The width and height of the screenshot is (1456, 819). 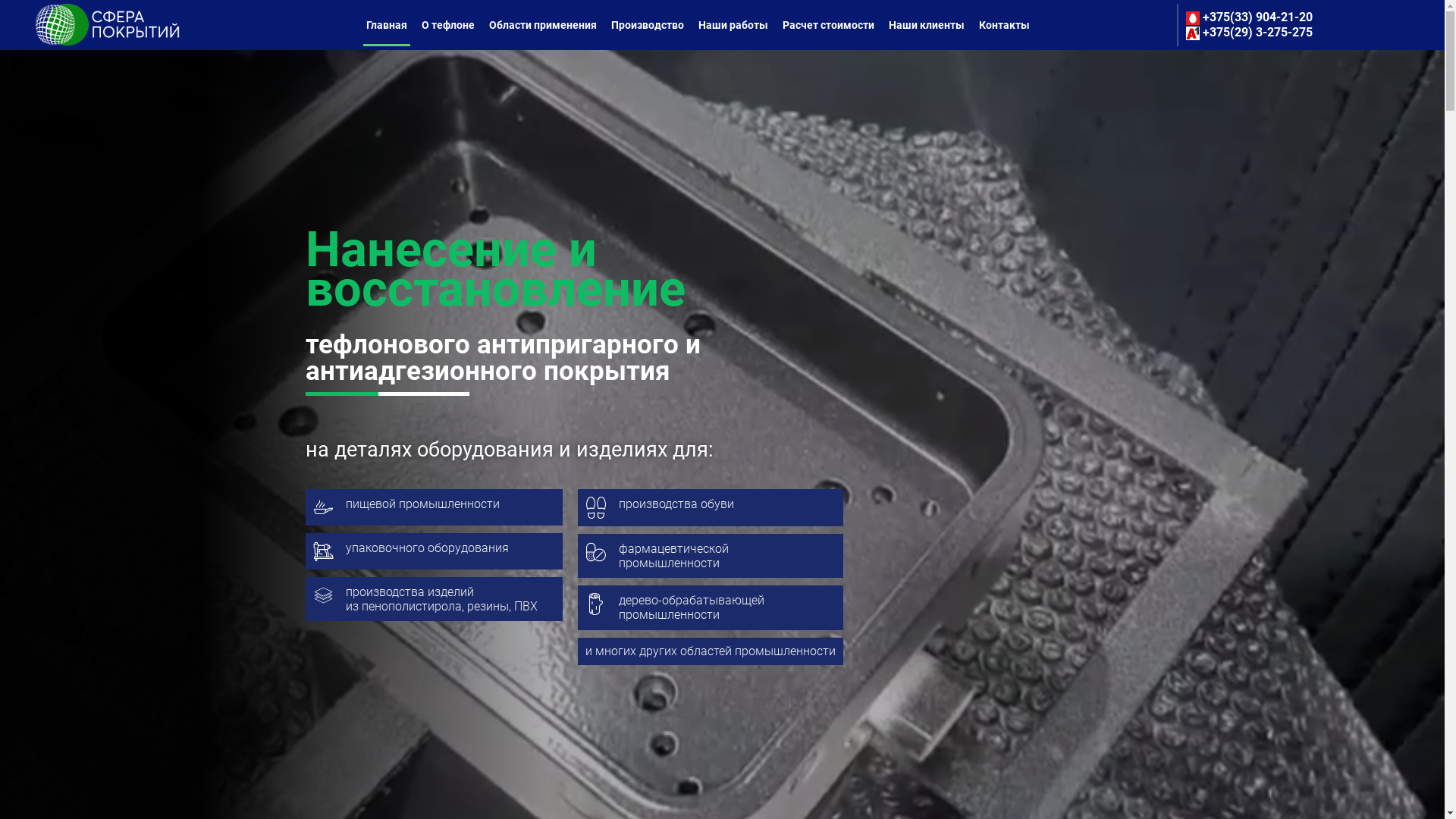 What do you see at coordinates (1249, 17) in the screenshot?
I see `'+375(33) 904-21-20'` at bounding box center [1249, 17].